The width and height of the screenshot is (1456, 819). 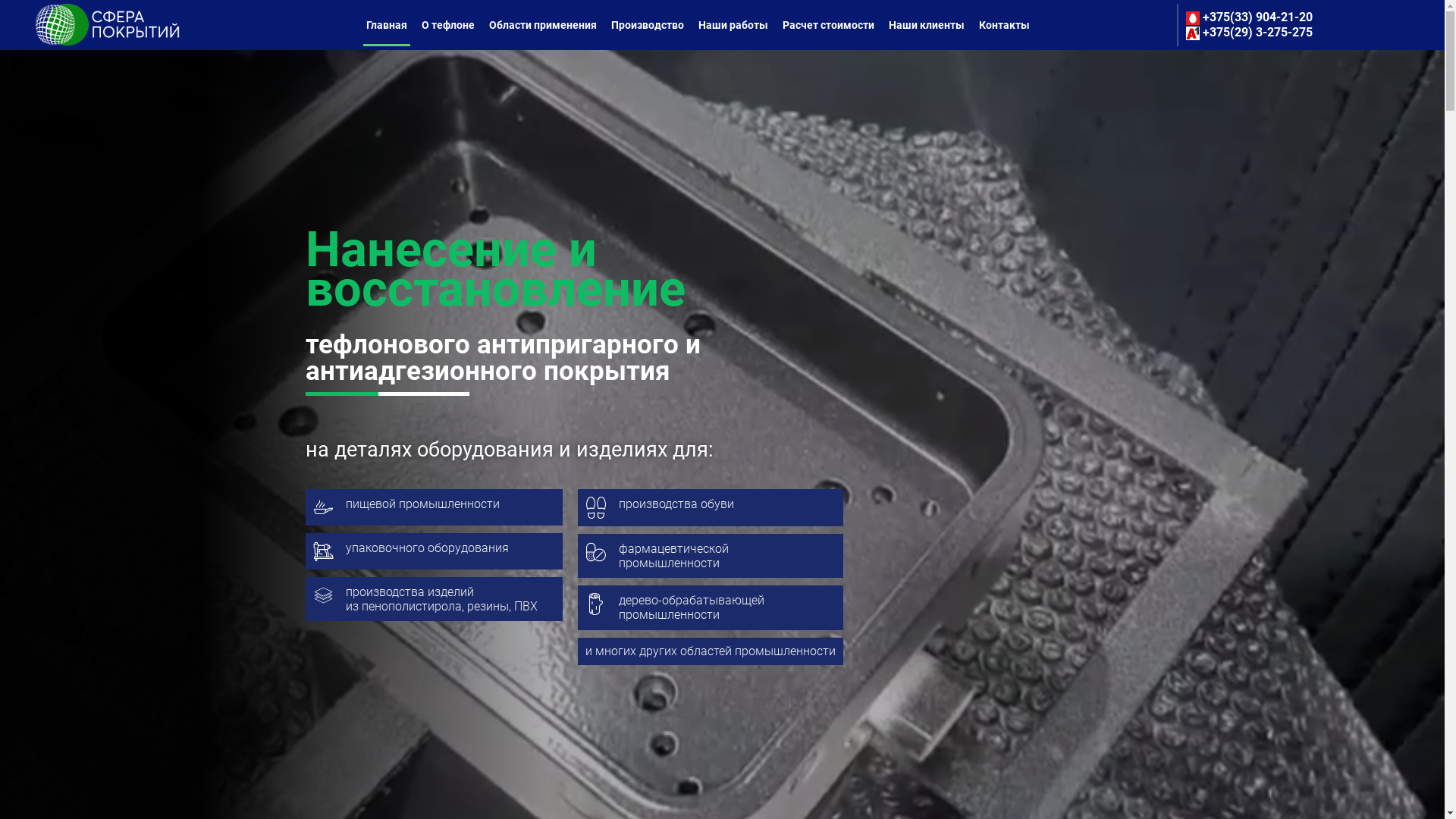 What do you see at coordinates (1249, 17) in the screenshot?
I see `'+375(33) 904-21-20'` at bounding box center [1249, 17].